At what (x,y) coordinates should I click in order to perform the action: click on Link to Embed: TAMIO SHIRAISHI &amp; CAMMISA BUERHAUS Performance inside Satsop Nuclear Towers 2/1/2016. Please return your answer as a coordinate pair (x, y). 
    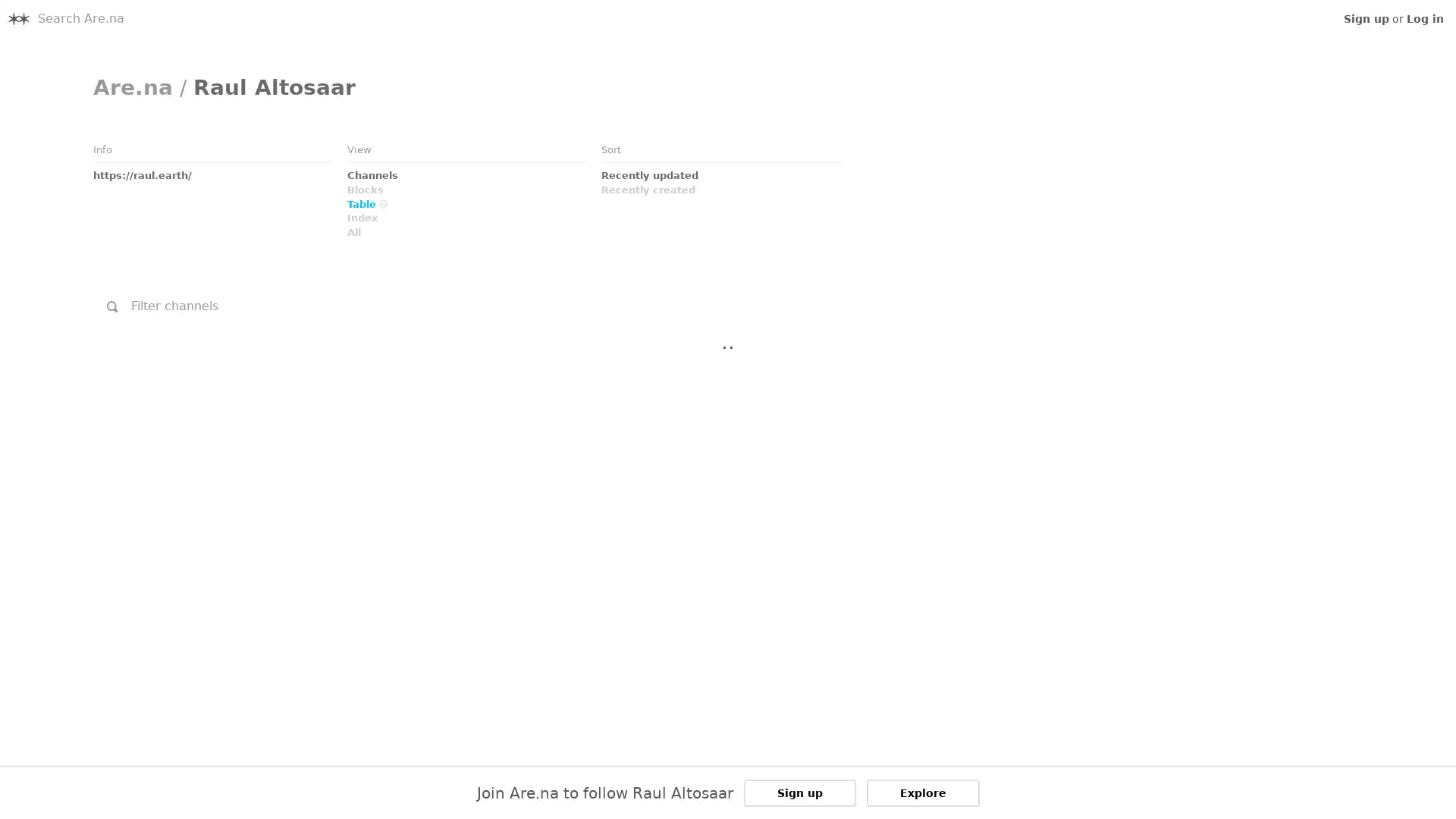
    Looking at the image, I should click on (974, 451).